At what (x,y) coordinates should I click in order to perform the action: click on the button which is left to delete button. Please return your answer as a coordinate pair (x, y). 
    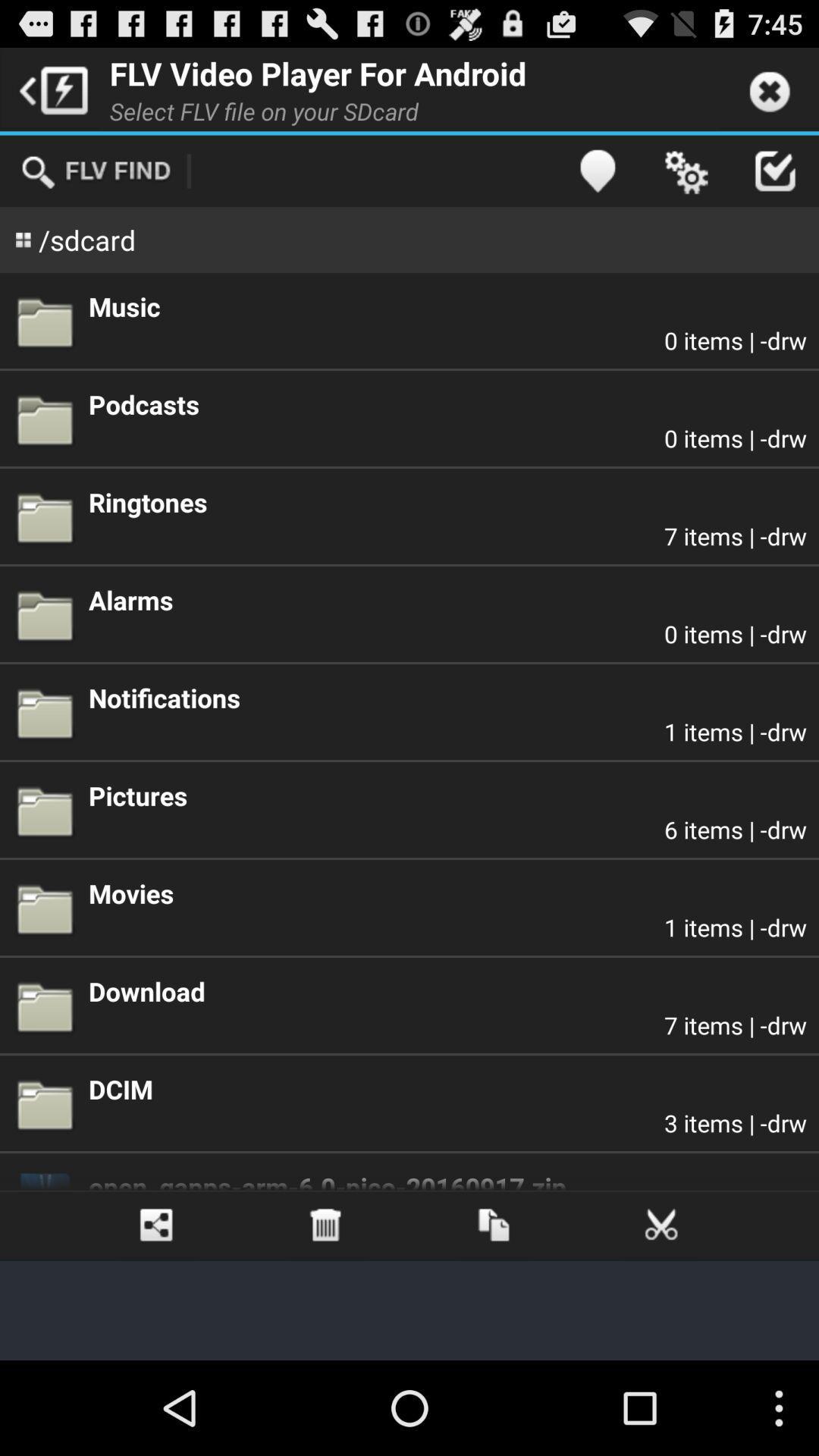
    Looking at the image, I should click on (157, 1225).